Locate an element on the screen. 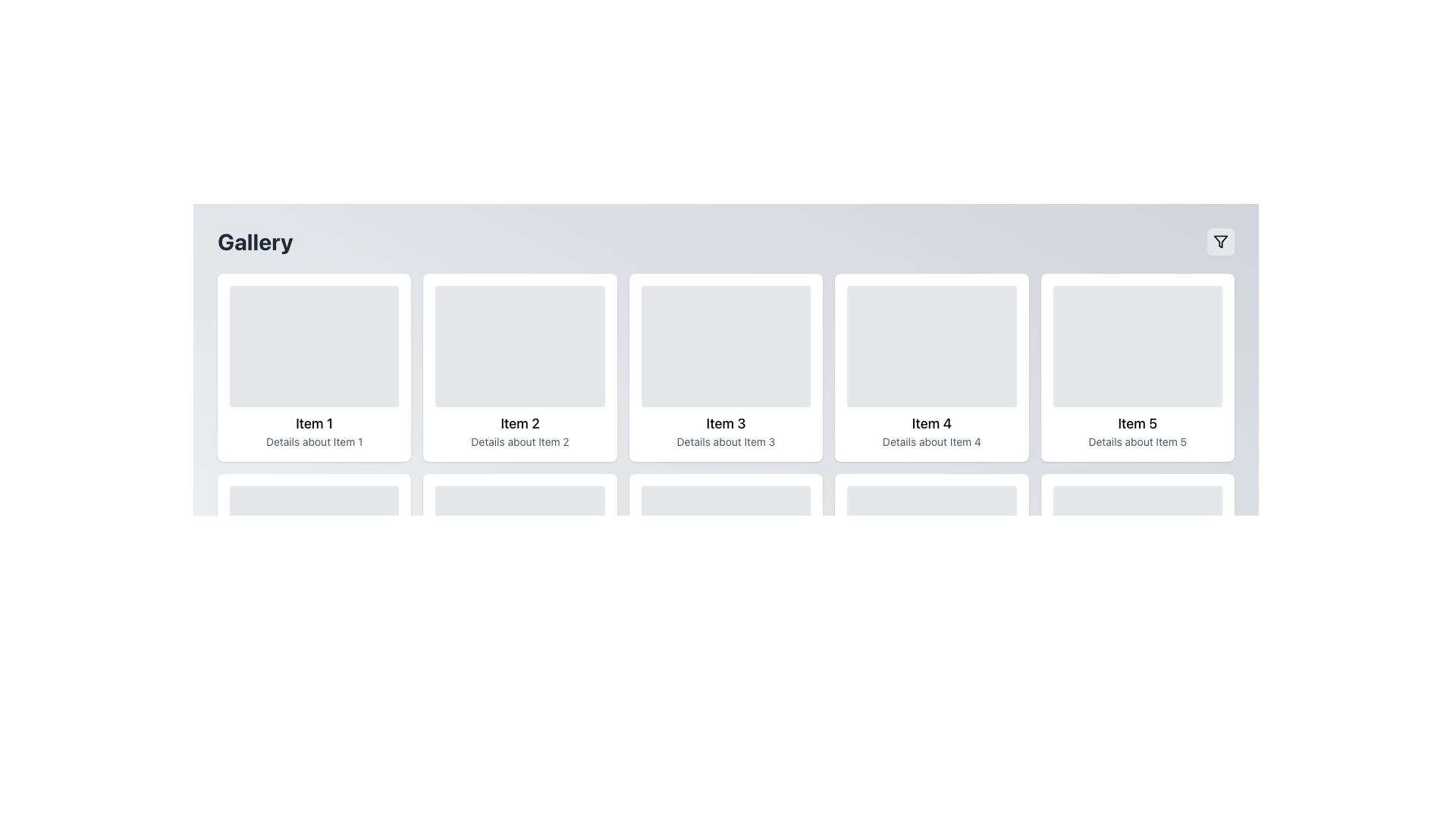  the non-interactive text label that provides descriptive information about 'Item 3', positioned at the bottom of the card associated with 'Item 3' is located at coordinates (725, 441).